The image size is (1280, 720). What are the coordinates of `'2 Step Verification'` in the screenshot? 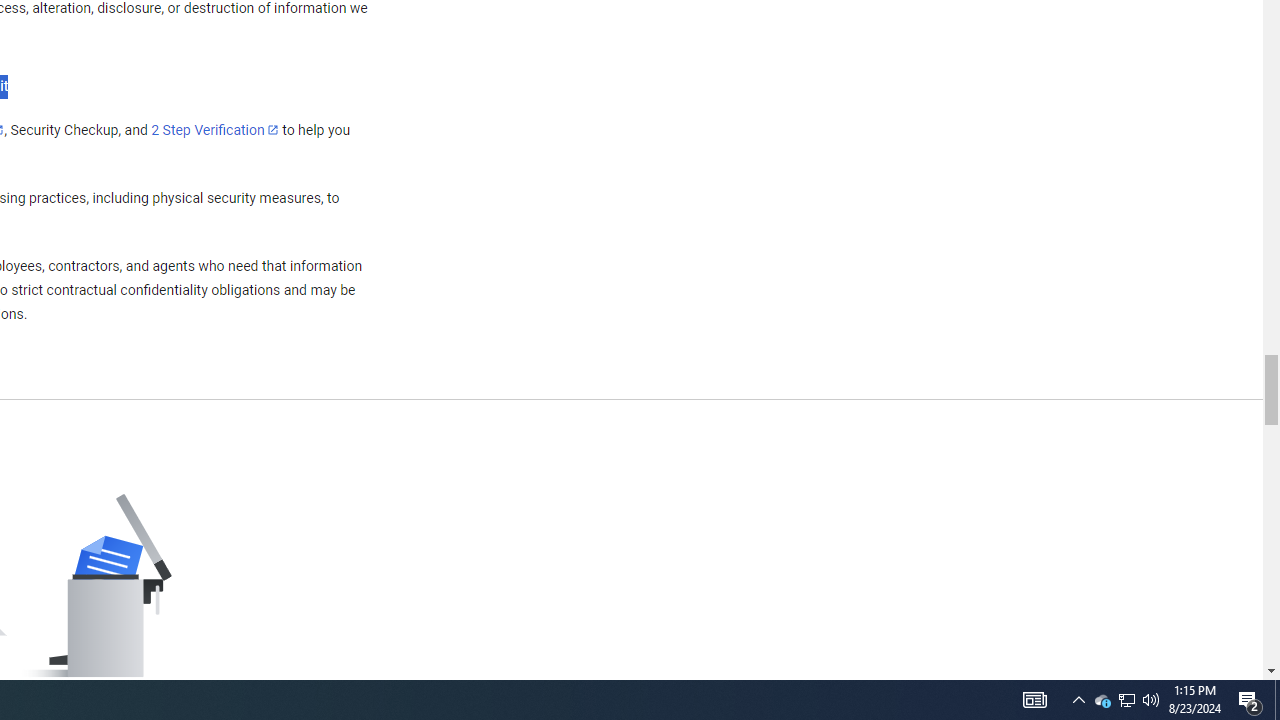 It's located at (215, 129).